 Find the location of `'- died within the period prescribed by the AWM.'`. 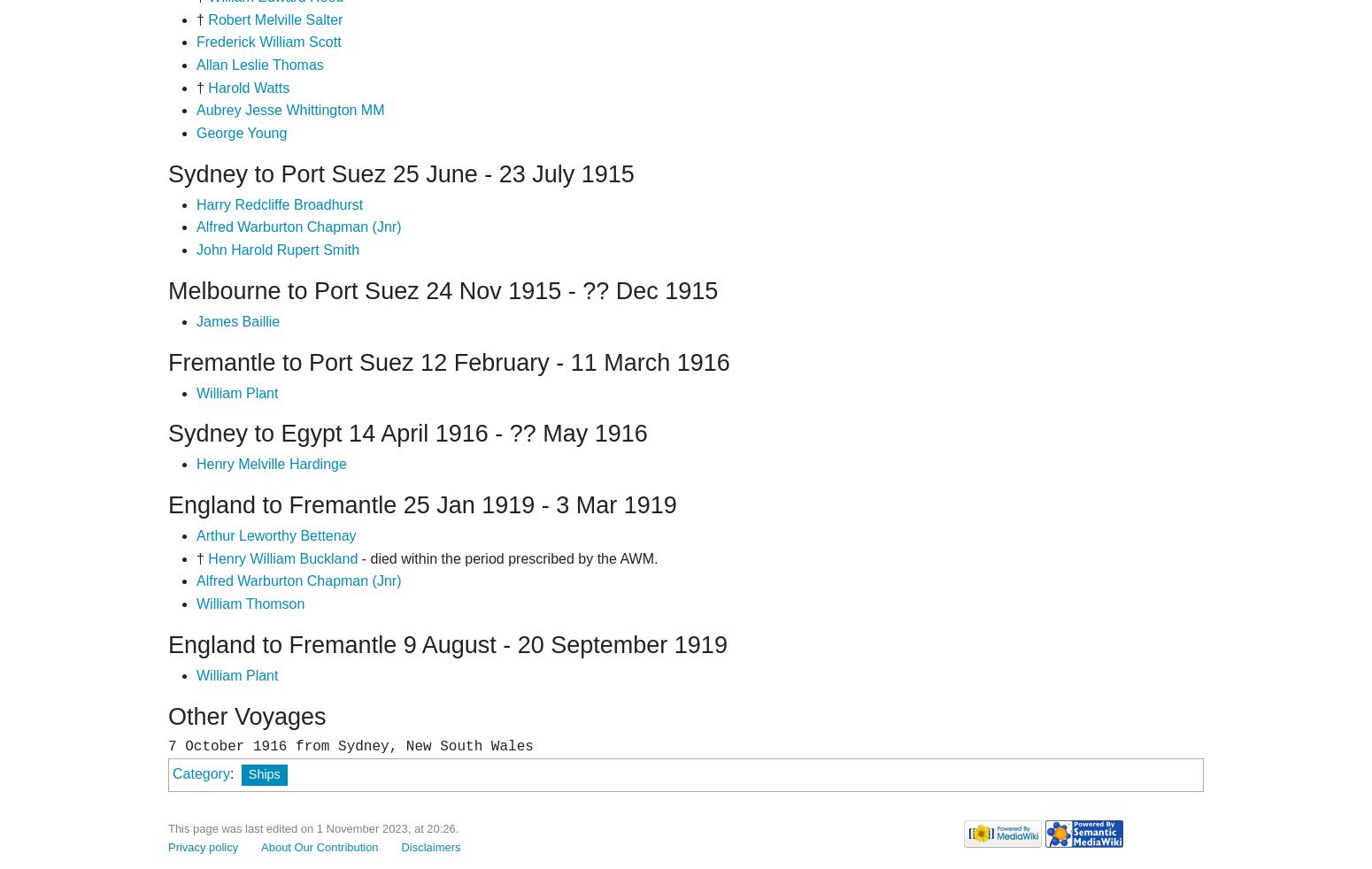

'- died within the period prescribed by the AWM.' is located at coordinates (357, 557).